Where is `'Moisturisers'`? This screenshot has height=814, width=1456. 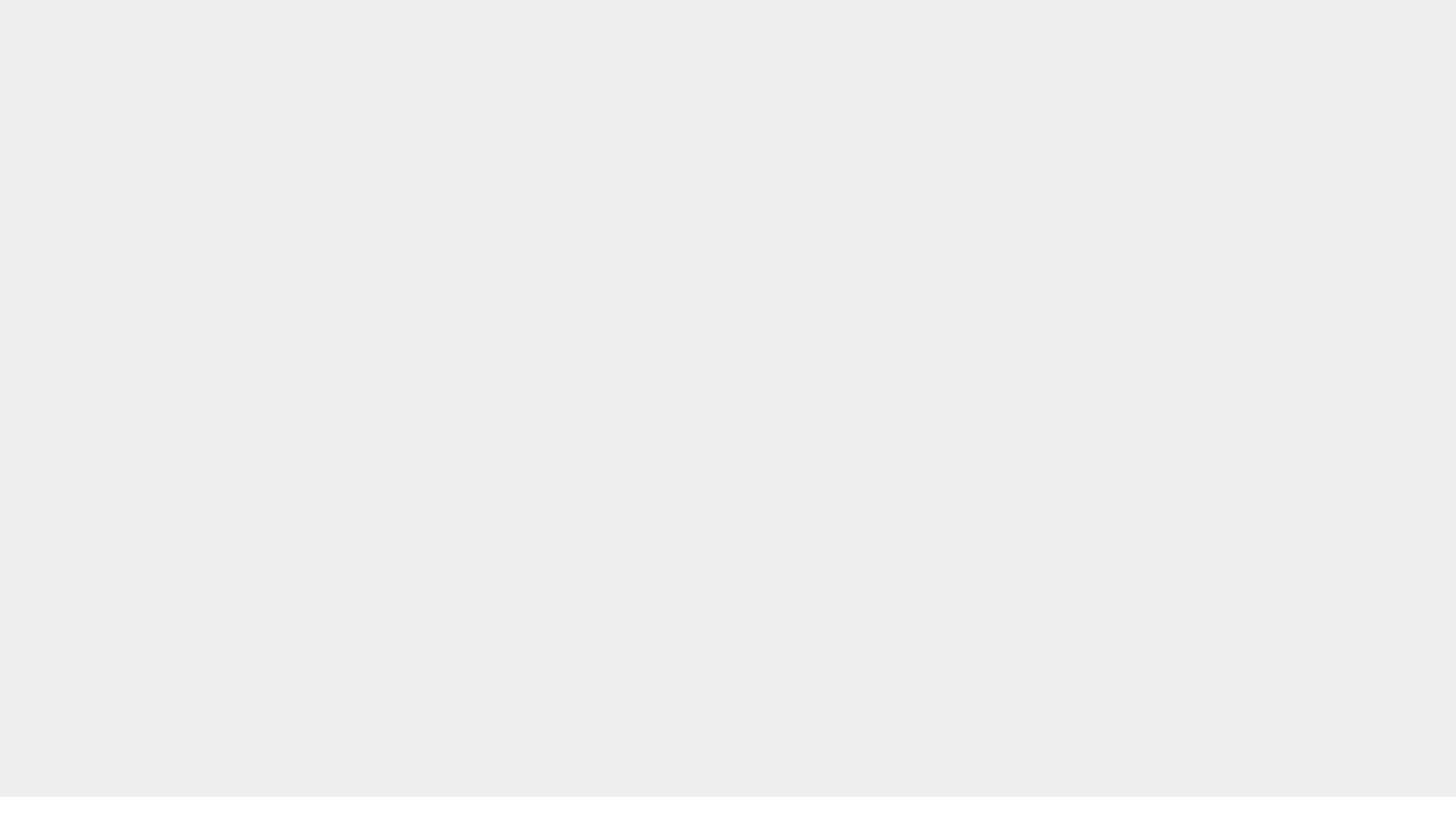 'Moisturisers' is located at coordinates (256, 145).